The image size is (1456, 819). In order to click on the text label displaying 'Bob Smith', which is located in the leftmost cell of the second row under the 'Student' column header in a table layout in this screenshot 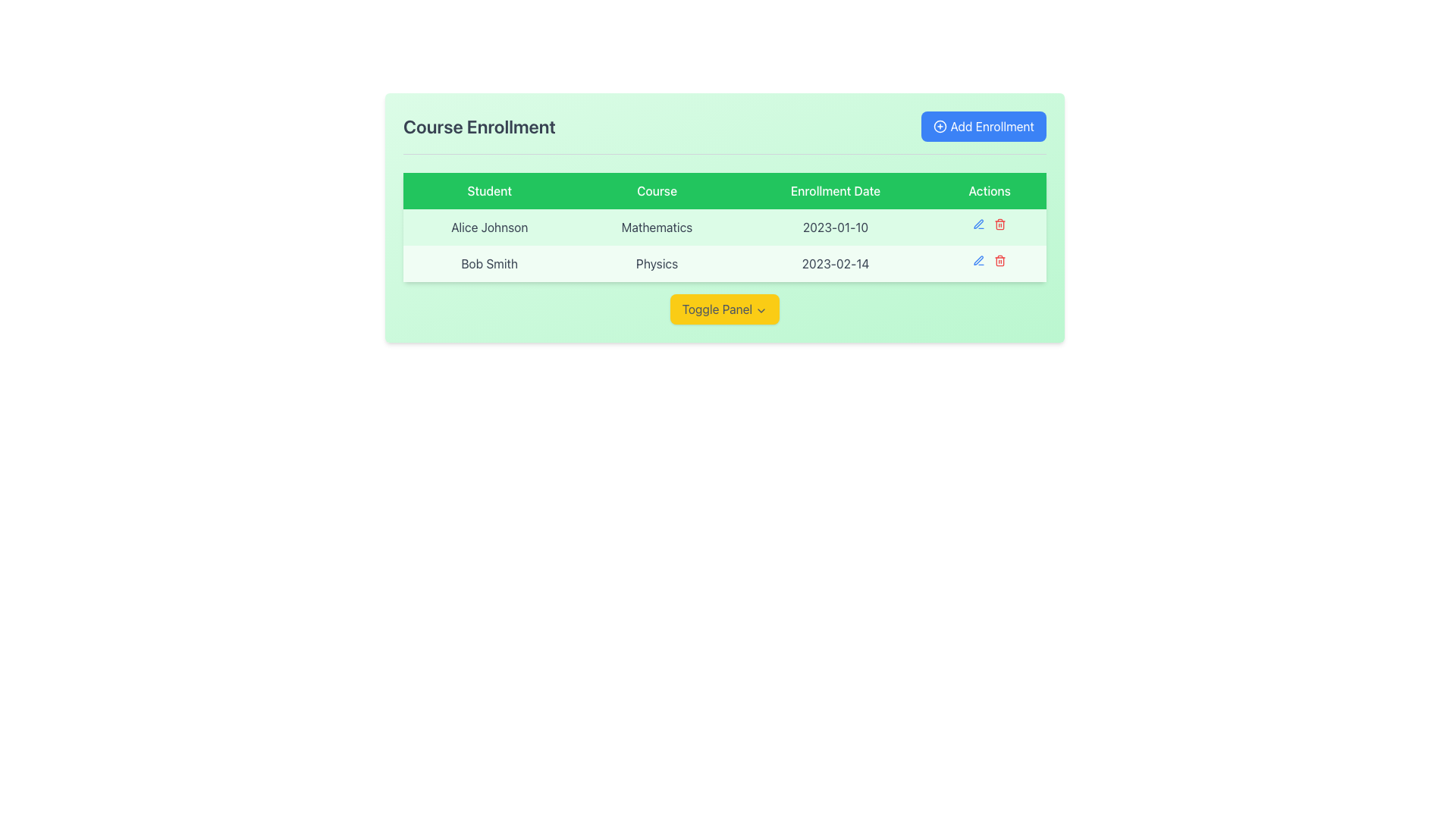, I will do `click(489, 262)`.